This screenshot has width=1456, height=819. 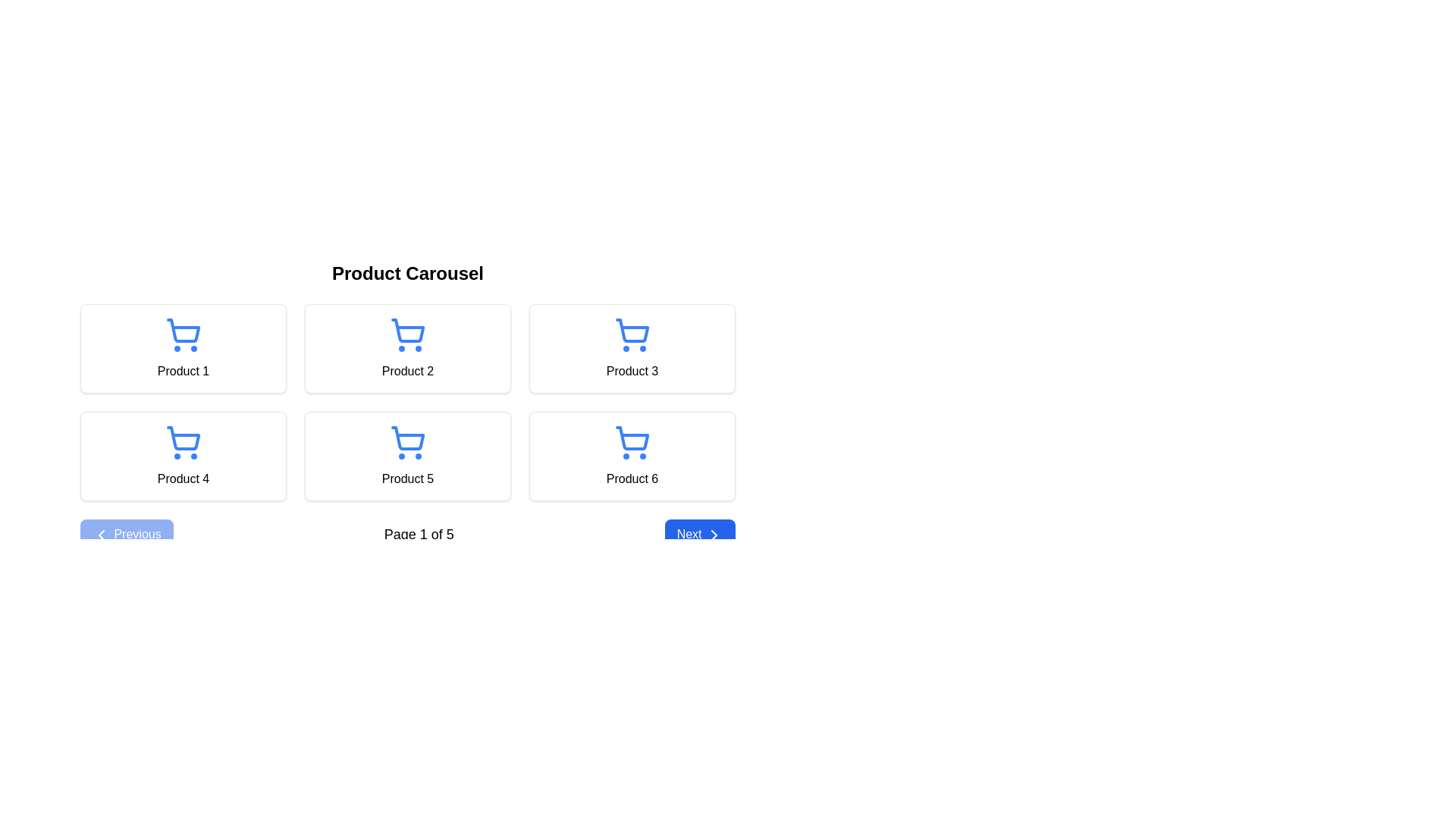 What do you see at coordinates (419, 534) in the screenshot?
I see `the text label displaying 'Page 1 of 5' located in the footer section of the carousel interface, centered between the navigation buttons 'Previous' and 'Next'` at bounding box center [419, 534].